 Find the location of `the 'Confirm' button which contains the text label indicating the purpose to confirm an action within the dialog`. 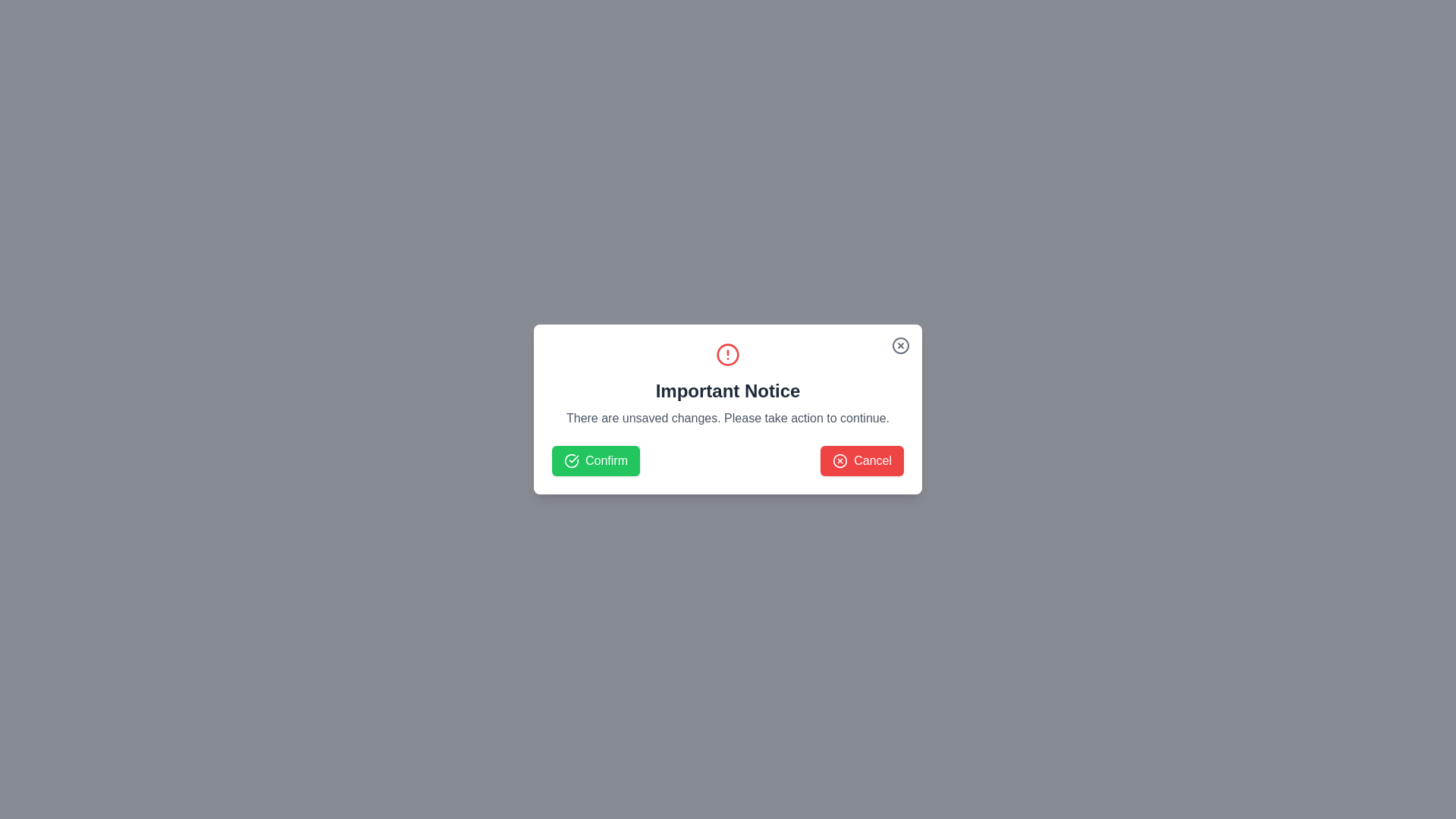

the 'Confirm' button which contains the text label indicating the purpose to confirm an action within the dialog is located at coordinates (607, 460).